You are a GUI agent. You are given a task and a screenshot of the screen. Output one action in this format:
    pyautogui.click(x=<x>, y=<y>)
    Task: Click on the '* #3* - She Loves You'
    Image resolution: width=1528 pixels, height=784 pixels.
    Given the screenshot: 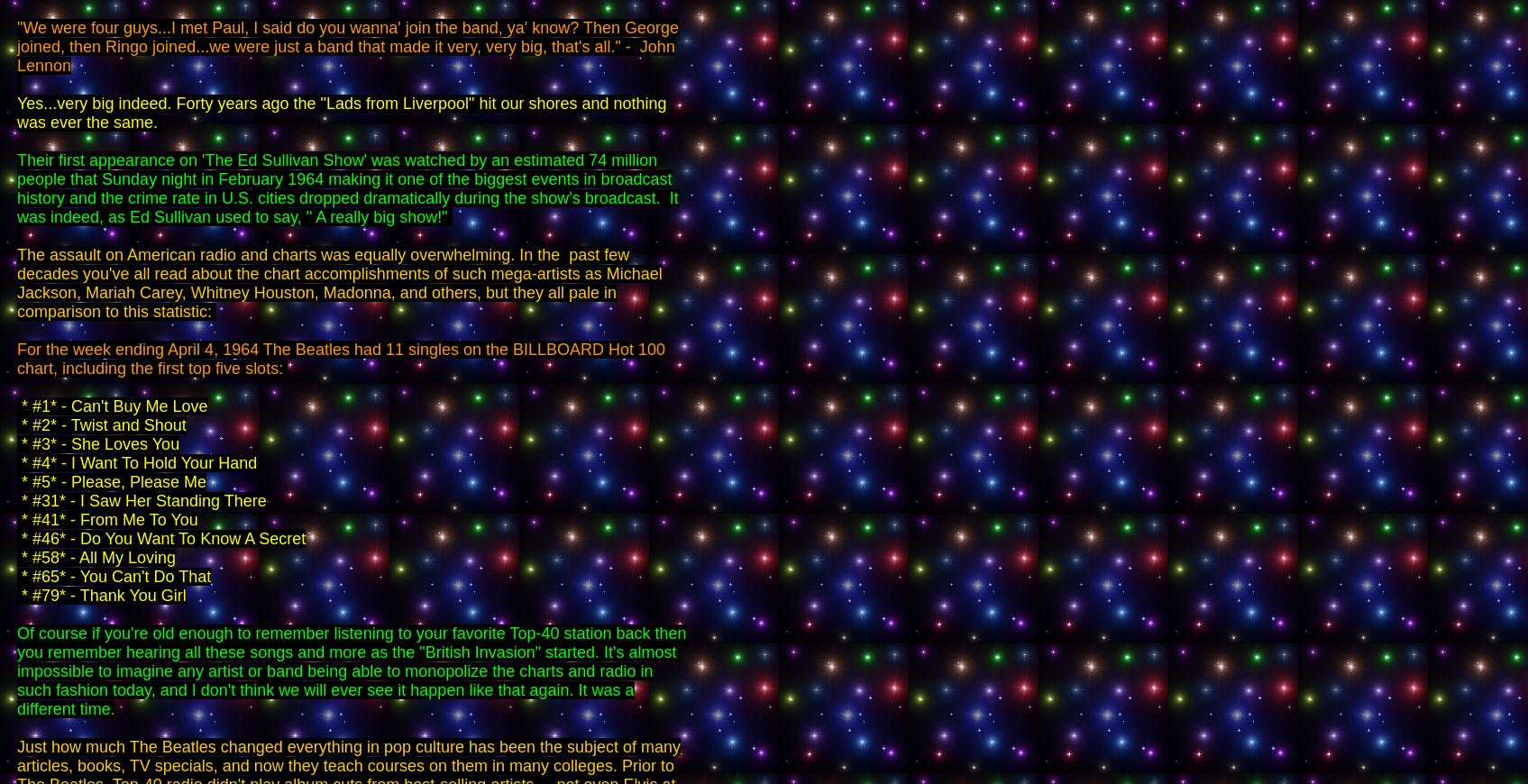 What is the action you would take?
    pyautogui.click(x=96, y=443)
    